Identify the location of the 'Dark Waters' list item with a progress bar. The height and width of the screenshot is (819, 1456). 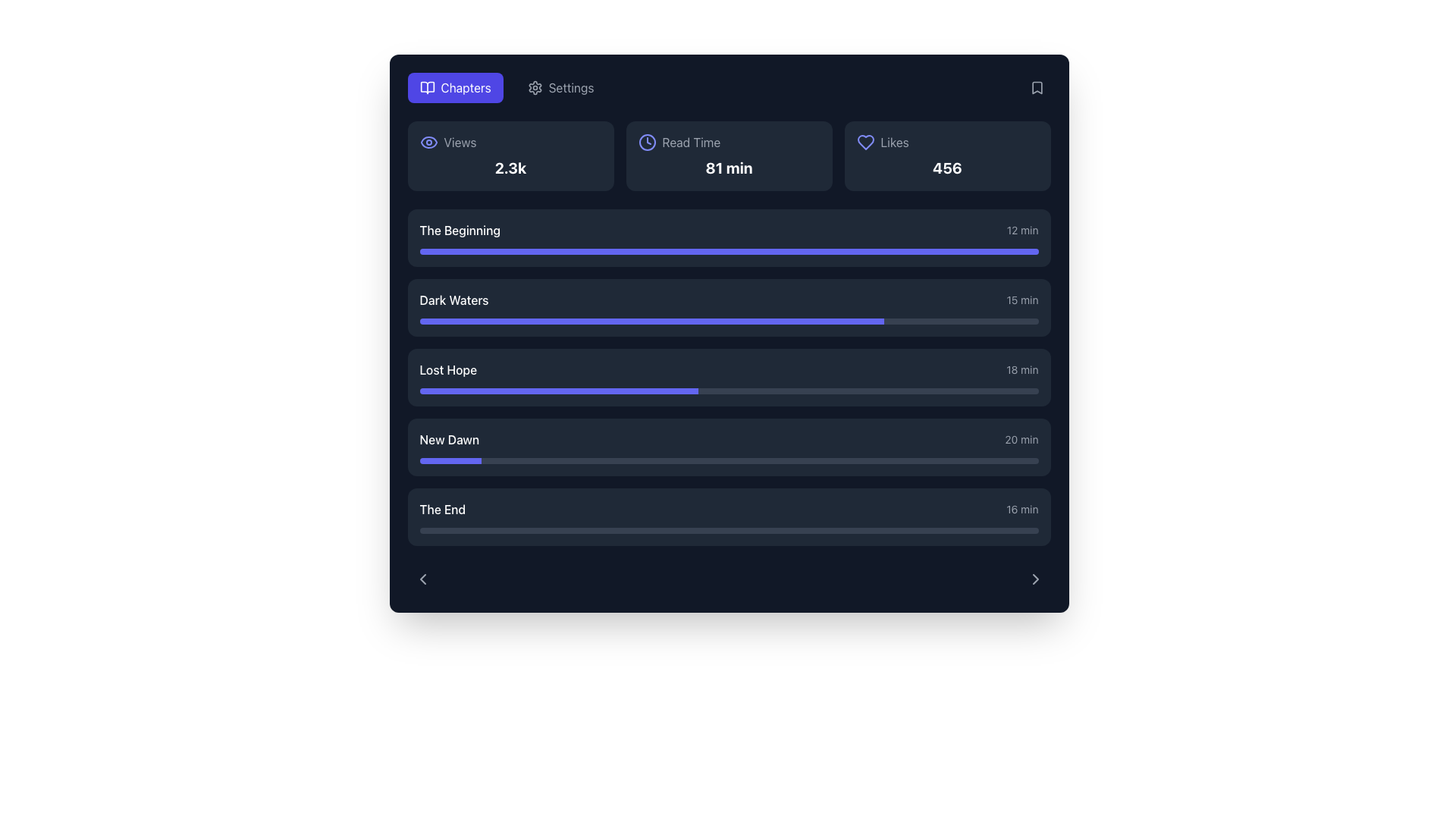
(729, 307).